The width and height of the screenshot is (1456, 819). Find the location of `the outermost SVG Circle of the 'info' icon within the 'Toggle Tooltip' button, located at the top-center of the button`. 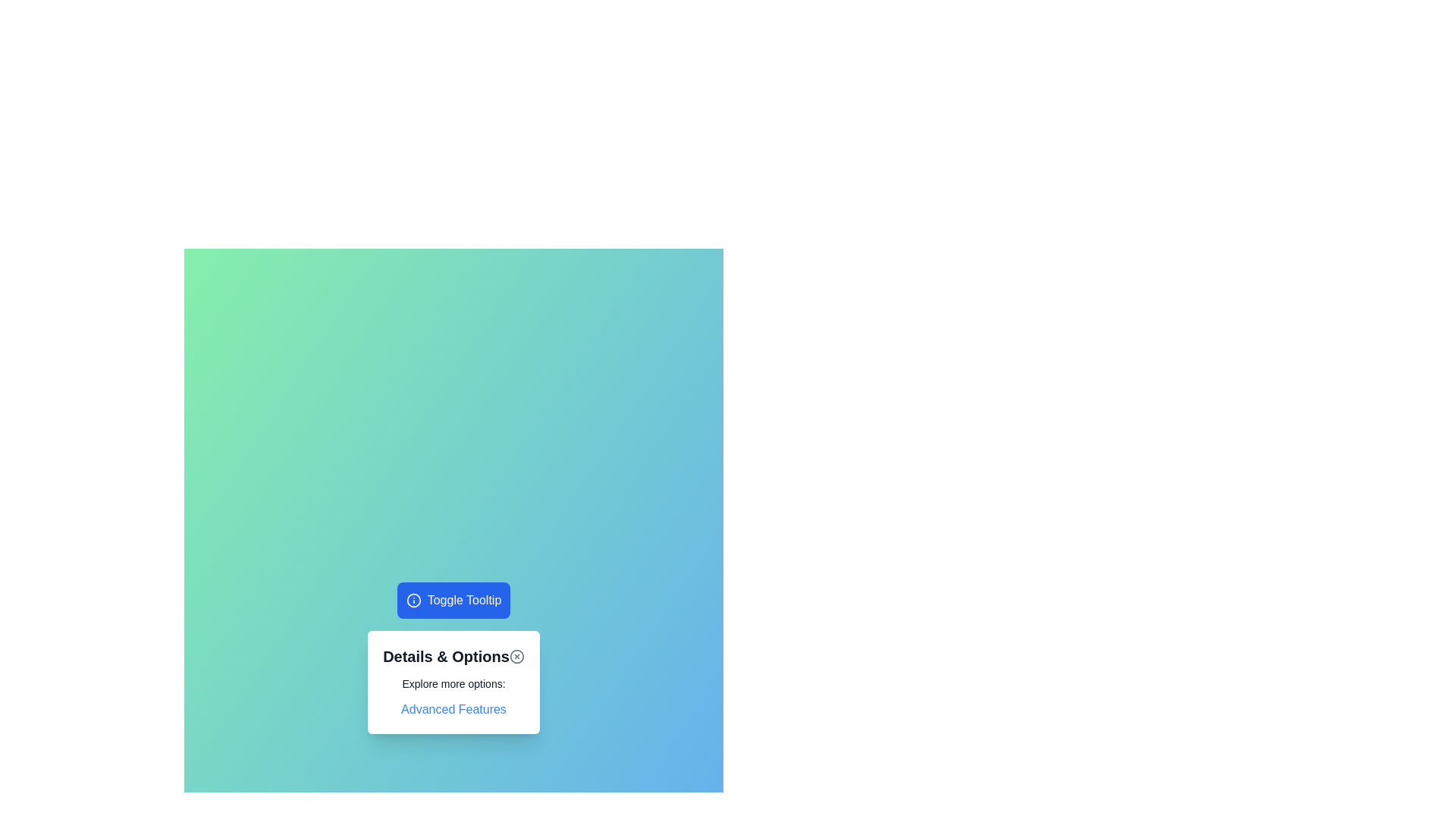

the outermost SVG Circle of the 'info' icon within the 'Toggle Tooltip' button, located at the top-center of the button is located at coordinates (413, 599).